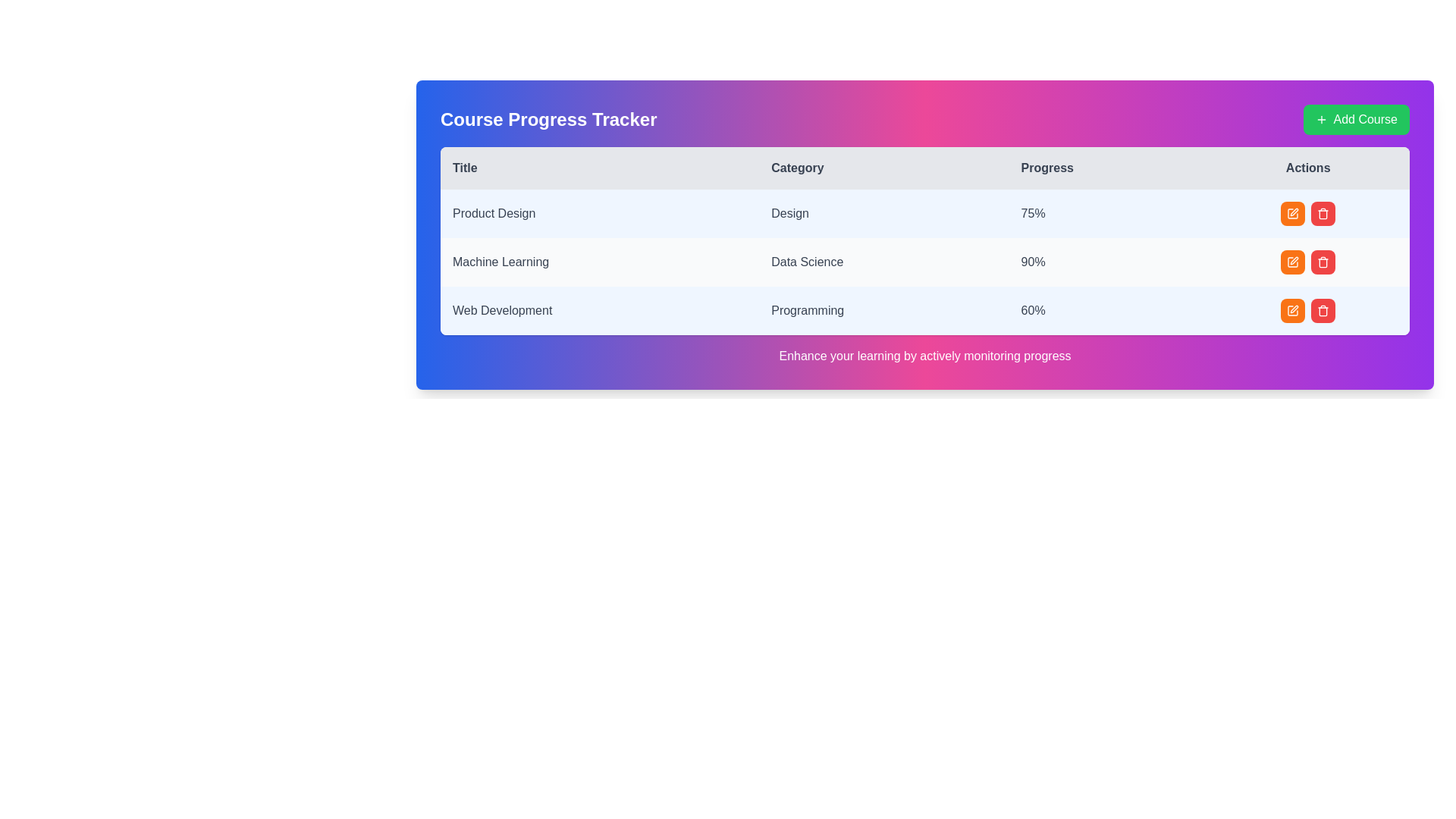  I want to click on the 'Add Course' icon, which is located on the left-hand side of the 'Add Course' button at the top-right corner of the layout, above the course progress table, so click(1320, 119).